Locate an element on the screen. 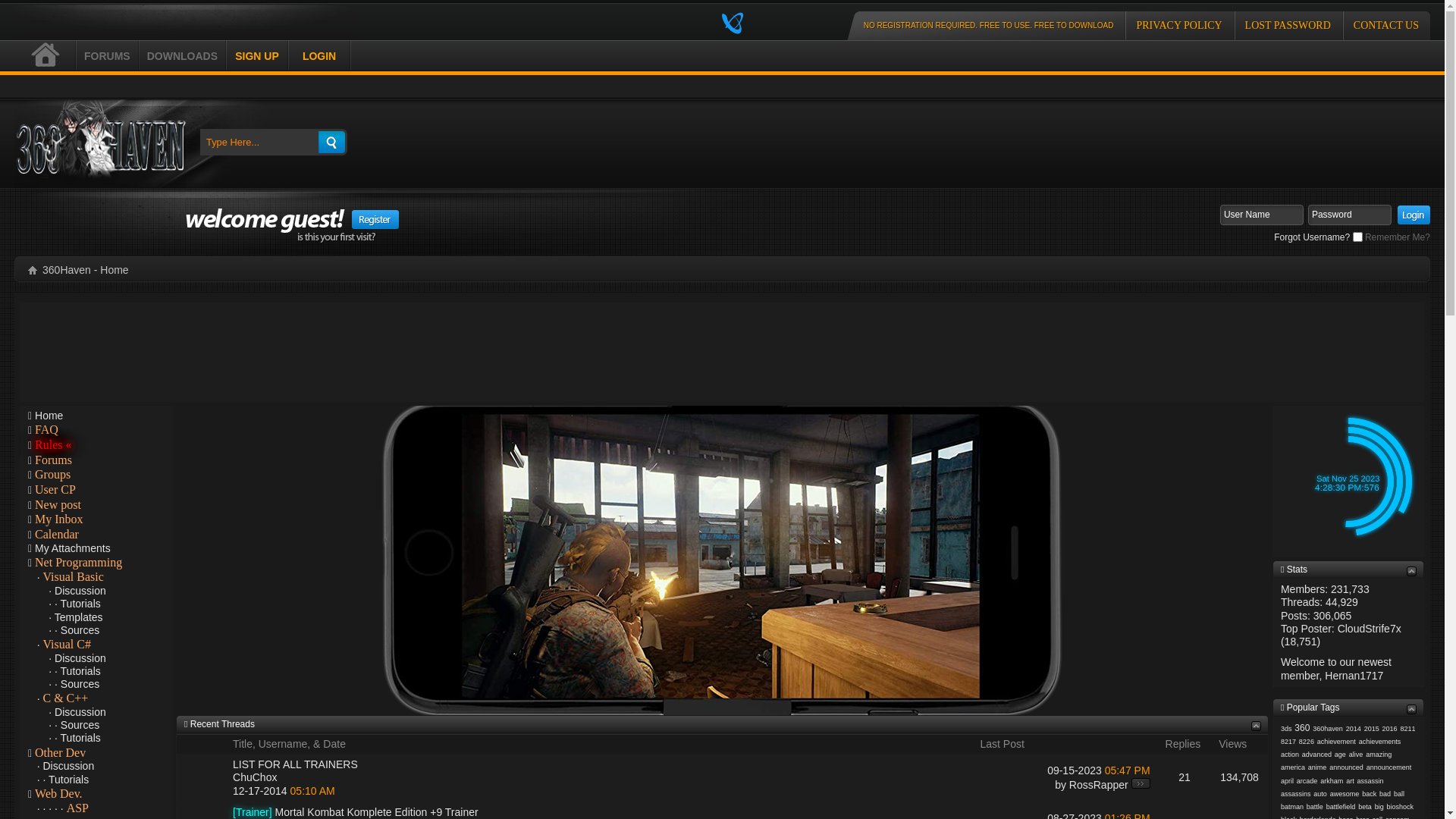 The image size is (1456, 819). 'Templates' is located at coordinates (55, 617).